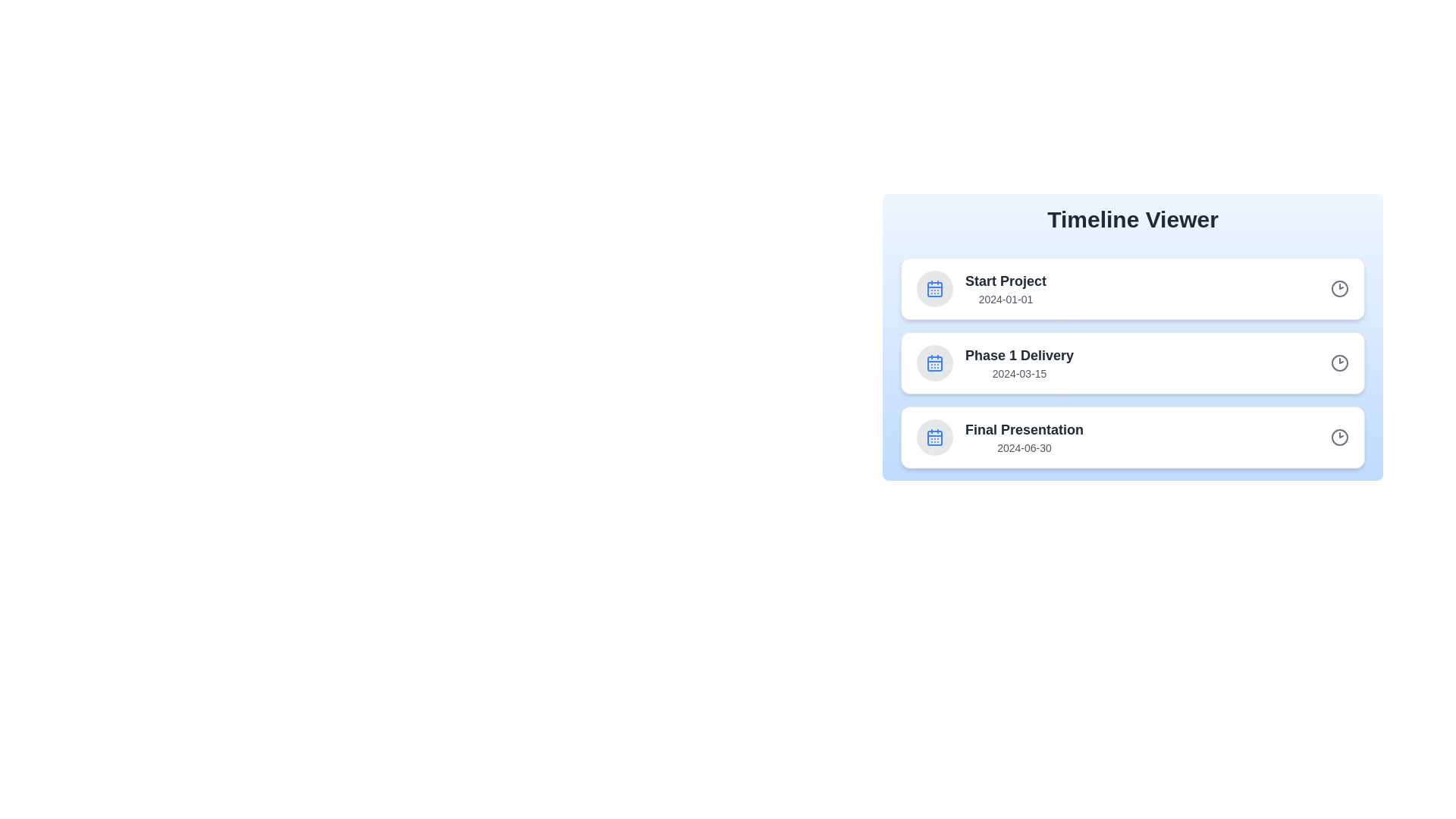 This screenshot has height=819, width=1456. What do you see at coordinates (934, 438) in the screenshot?
I see `the calendar icon representing the 'Final Presentation' event dated 2024-06-30, which is the third icon in the vertical list within the 'Timeline Viewer' section` at bounding box center [934, 438].